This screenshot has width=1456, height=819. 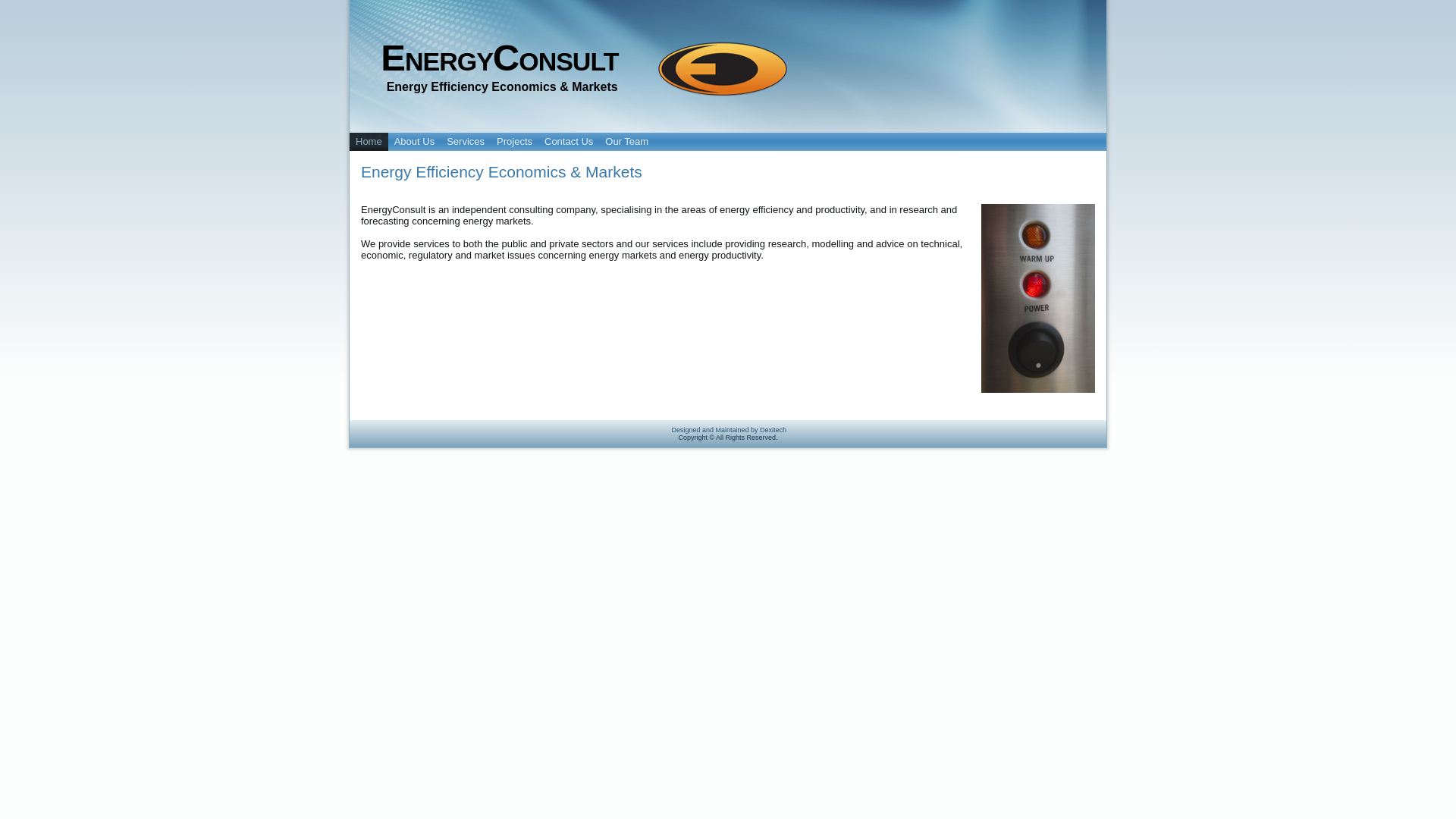 What do you see at coordinates (670, 430) in the screenshot?
I see `'Designed and Maintained by Dexitech'` at bounding box center [670, 430].